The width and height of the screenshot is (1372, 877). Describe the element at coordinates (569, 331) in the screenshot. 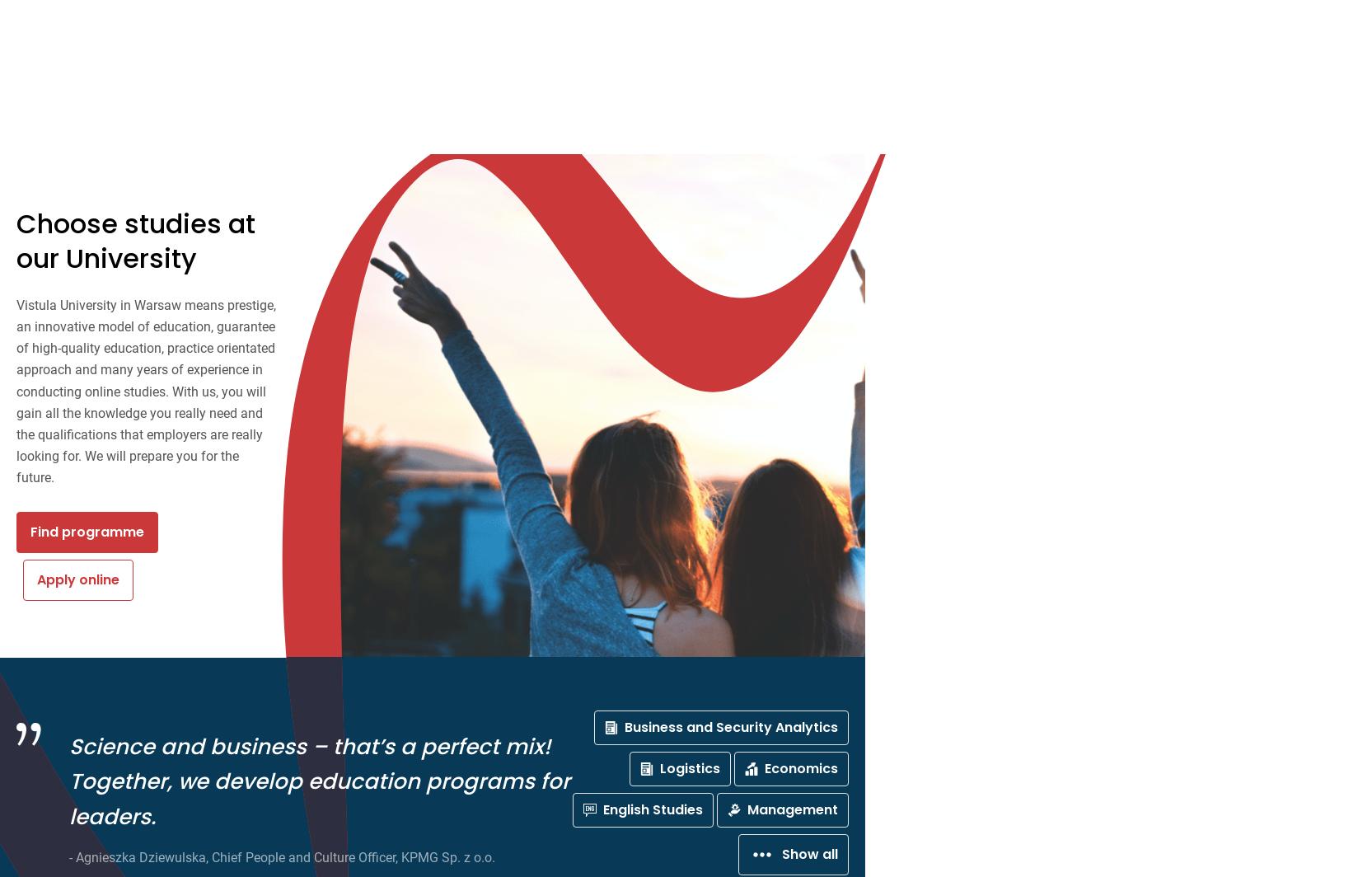

I see `'Studies'` at that location.